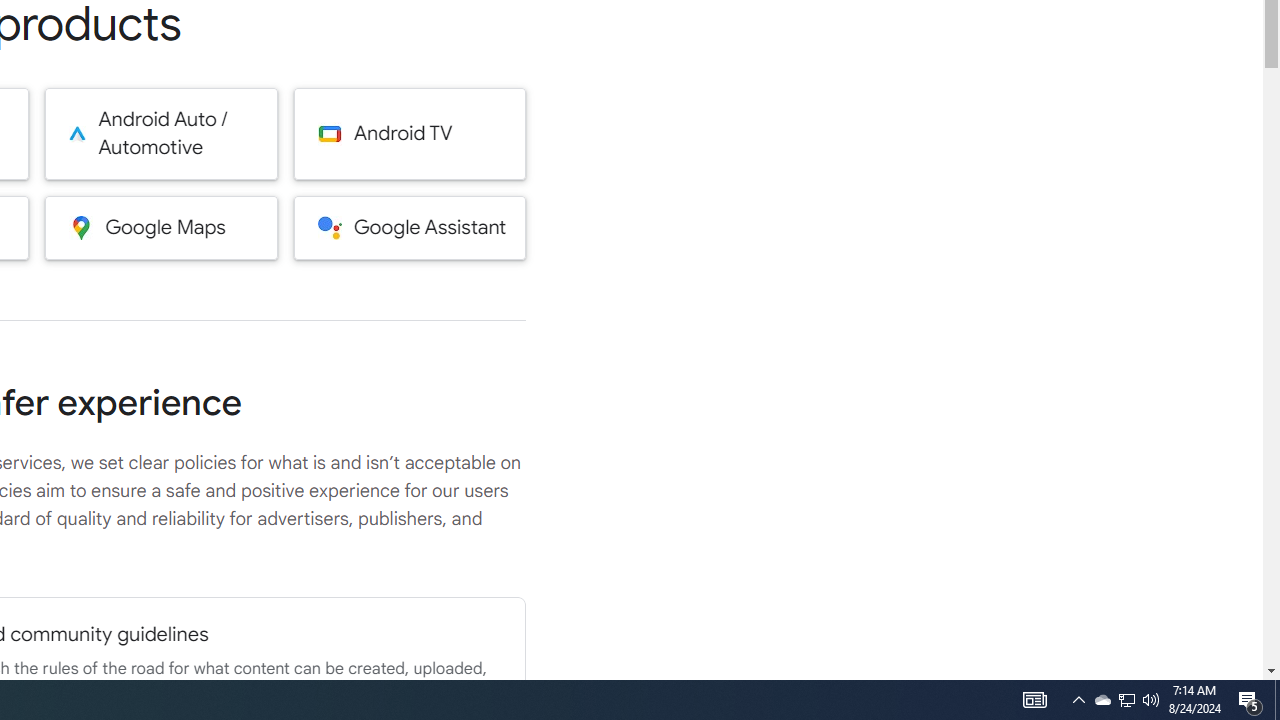 The width and height of the screenshot is (1280, 720). Describe the element at coordinates (409, 133) in the screenshot. I see `'Android TV'` at that location.